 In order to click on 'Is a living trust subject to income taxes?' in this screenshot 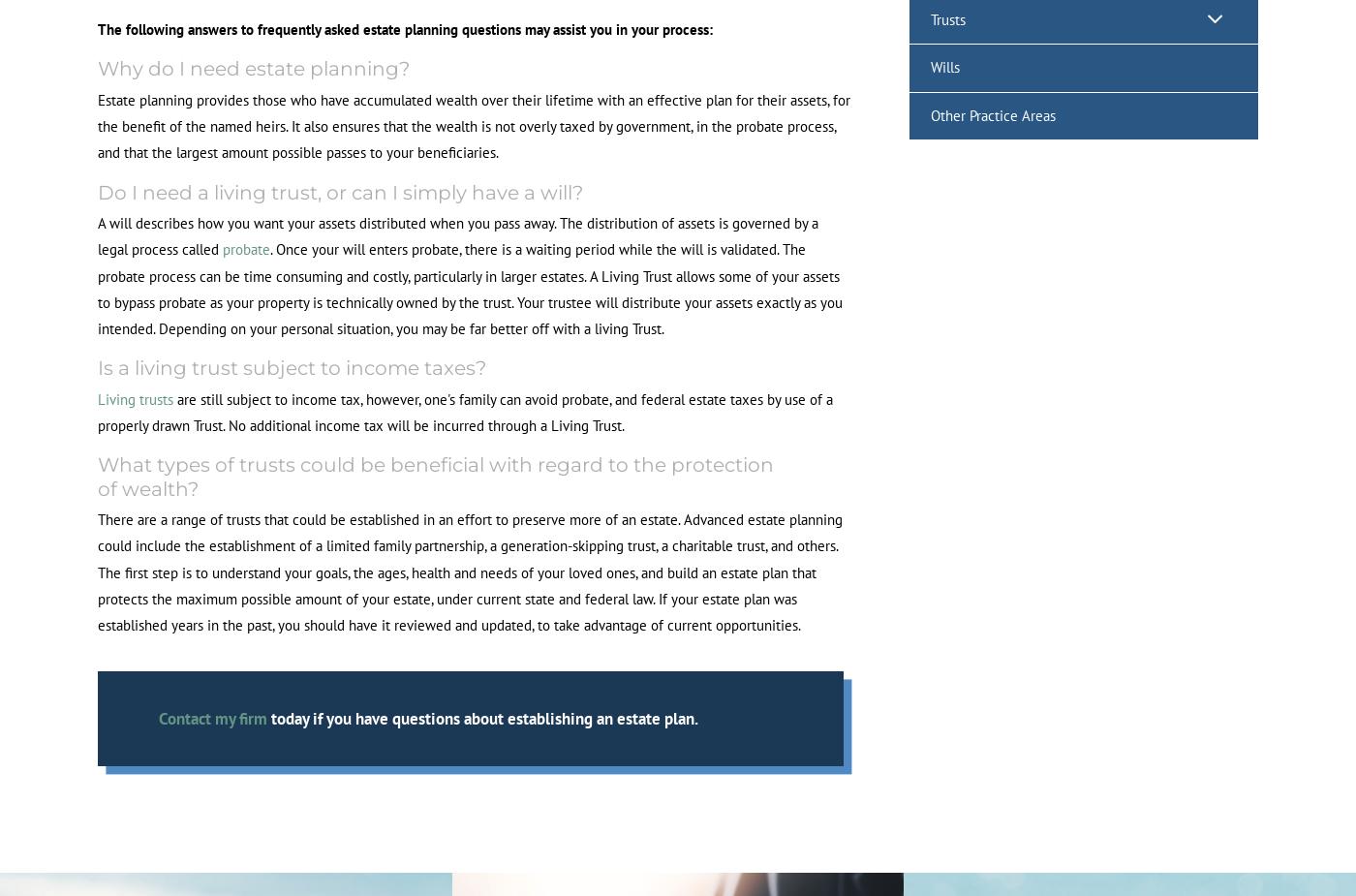, I will do `click(292, 366)`.